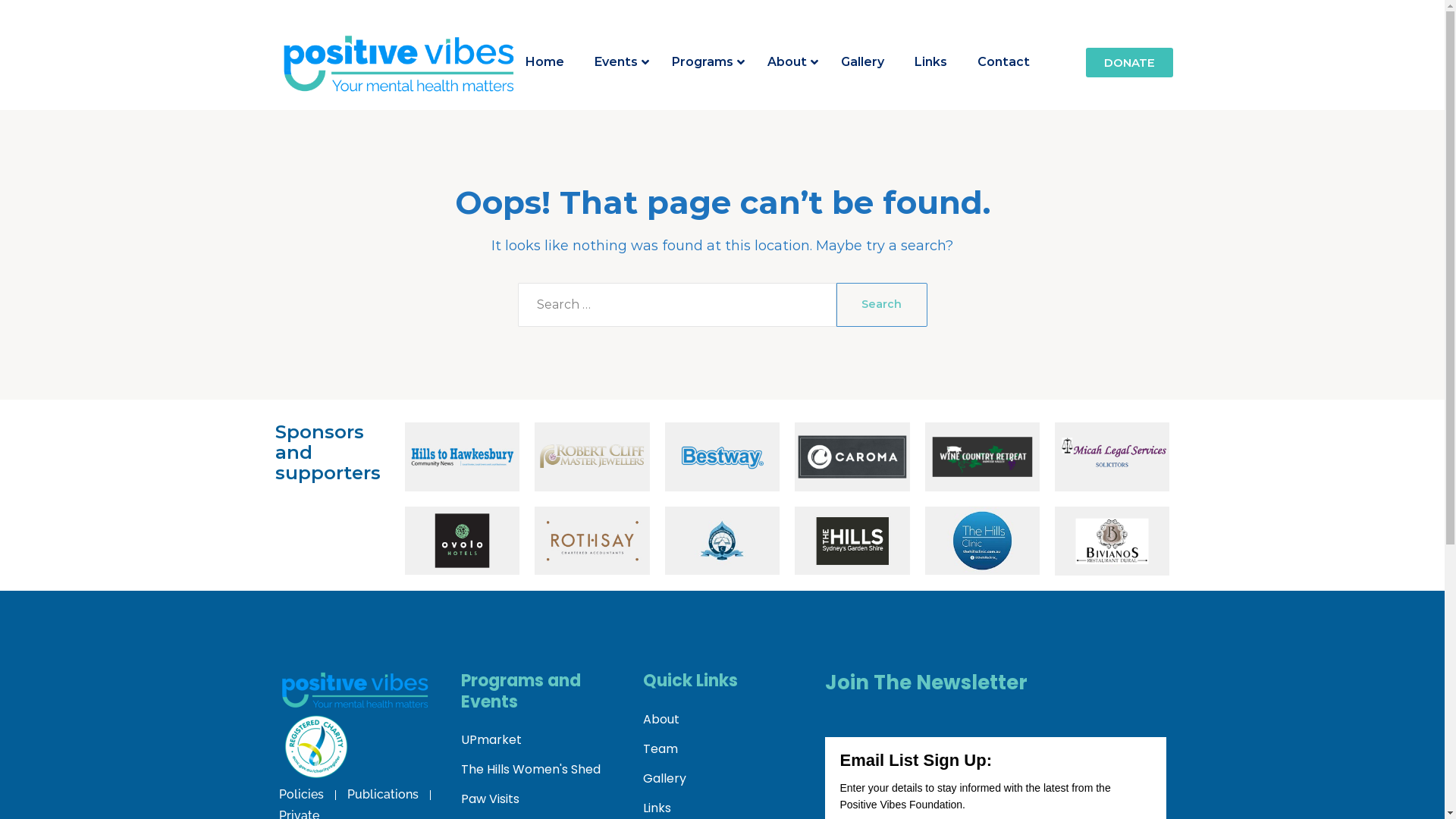 This screenshot has width=1456, height=819. What do you see at coordinates (544, 61) in the screenshot?
I see `'Home'` at bounding box center [544, 61].